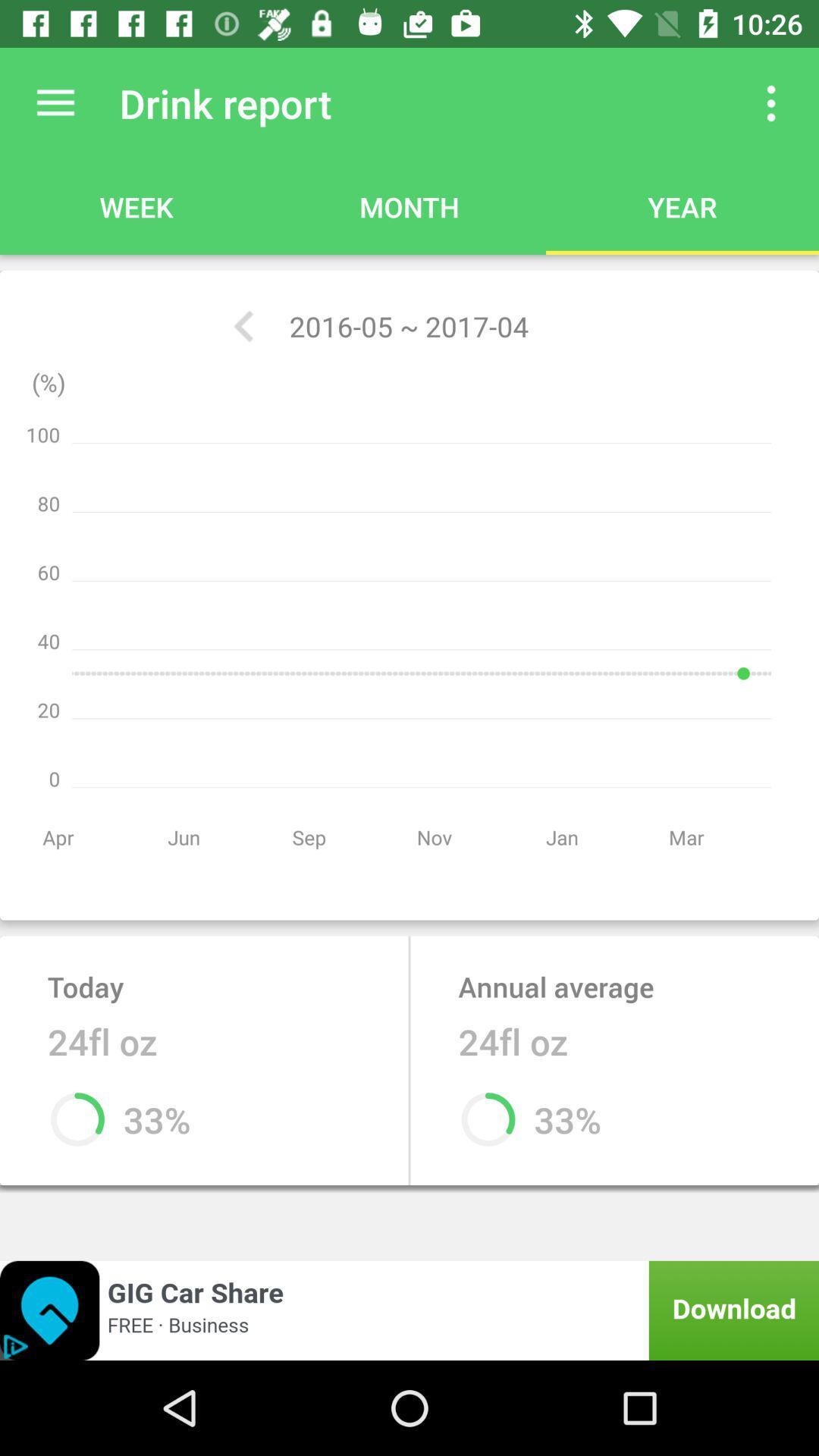 This screenshot has height=1456, width=819. What do you see at coordinates (55, 102) in the screenshot?
I see `button to open up main menu` at bounding box center [55, 102].